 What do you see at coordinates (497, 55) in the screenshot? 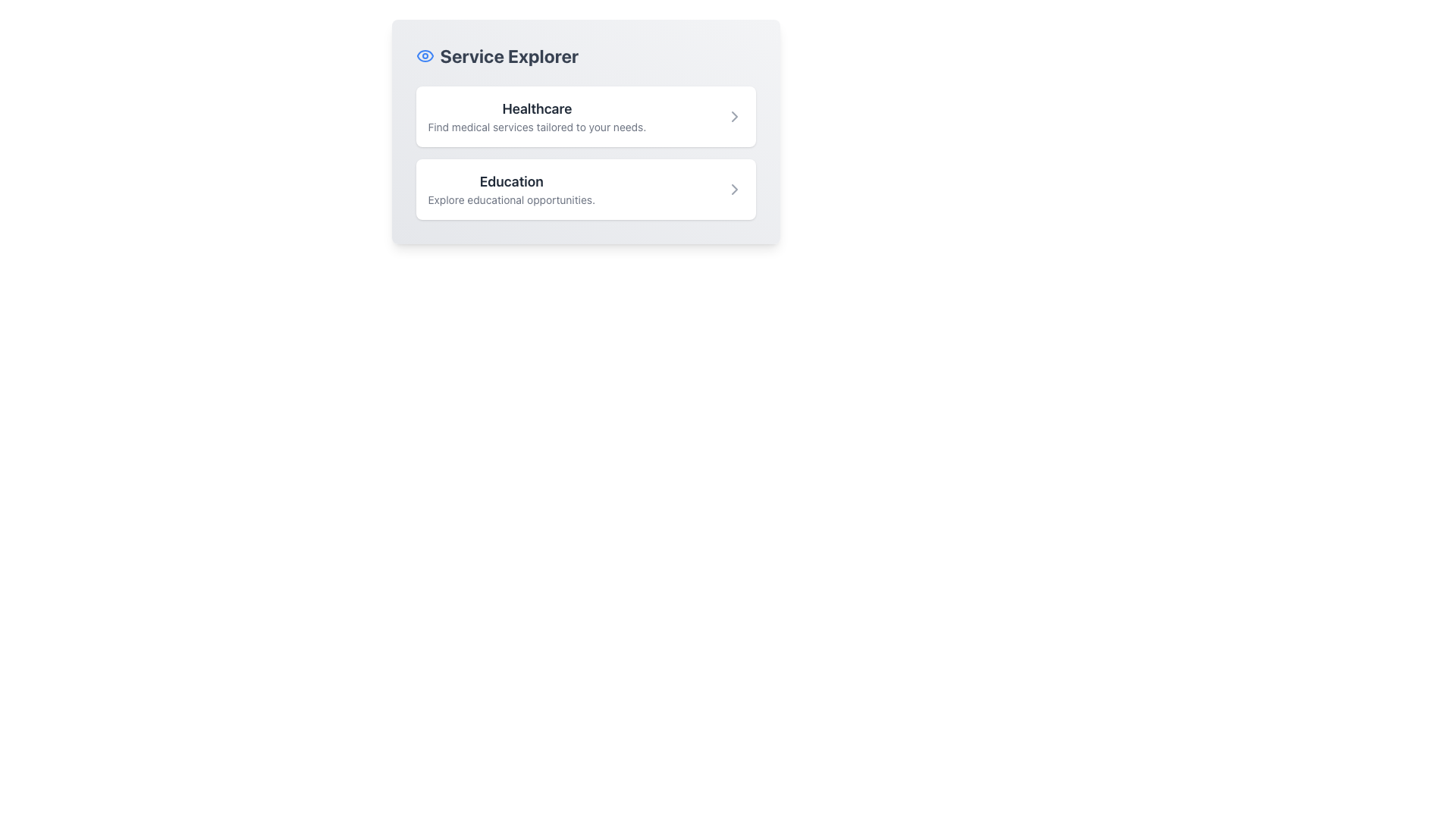
I see `the 'Service Explorer' header` at bounding box center [497, 55].